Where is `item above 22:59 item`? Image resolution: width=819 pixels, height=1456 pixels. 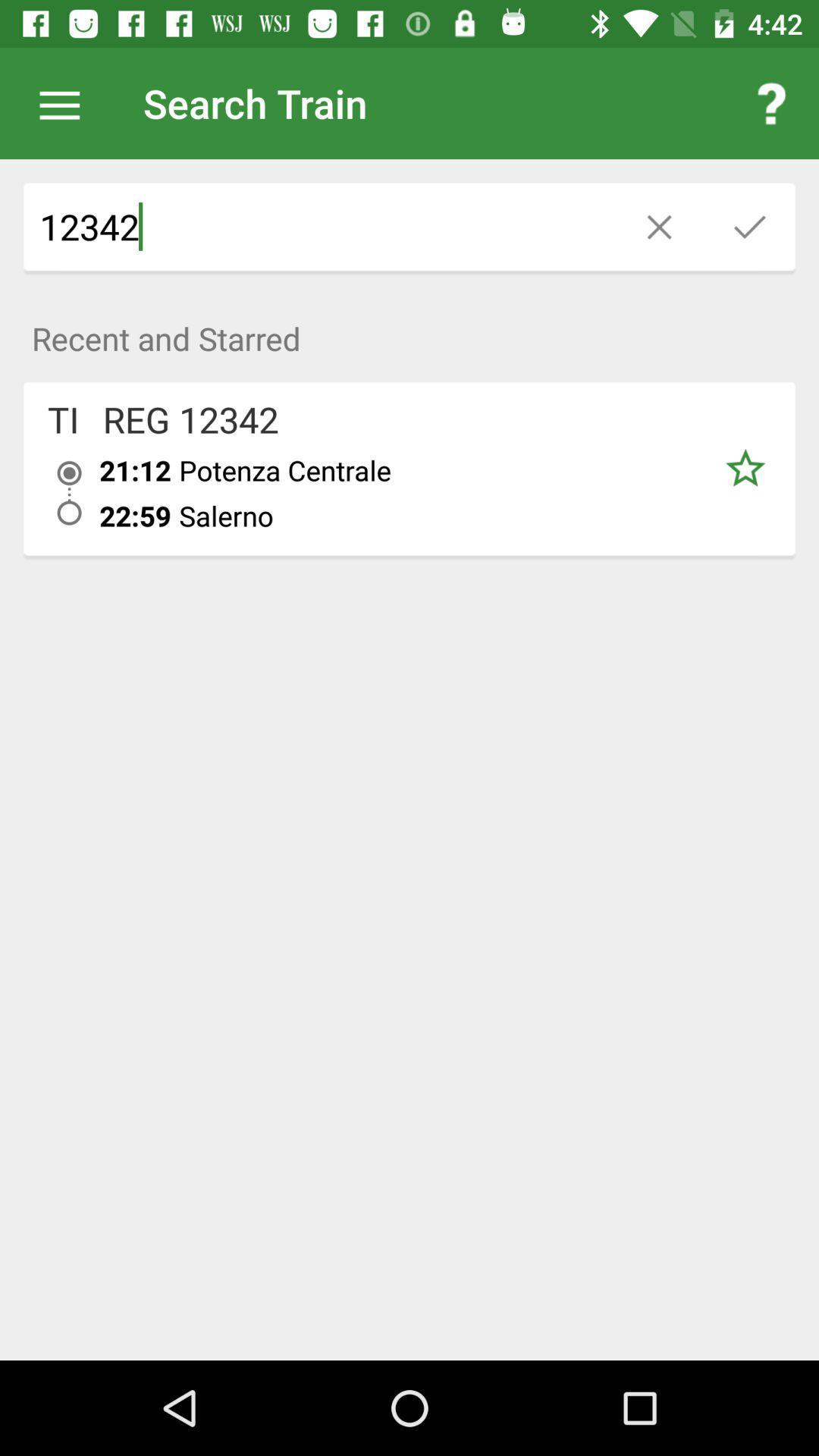 item above 22:59 item is located at coordinates (134, 469).